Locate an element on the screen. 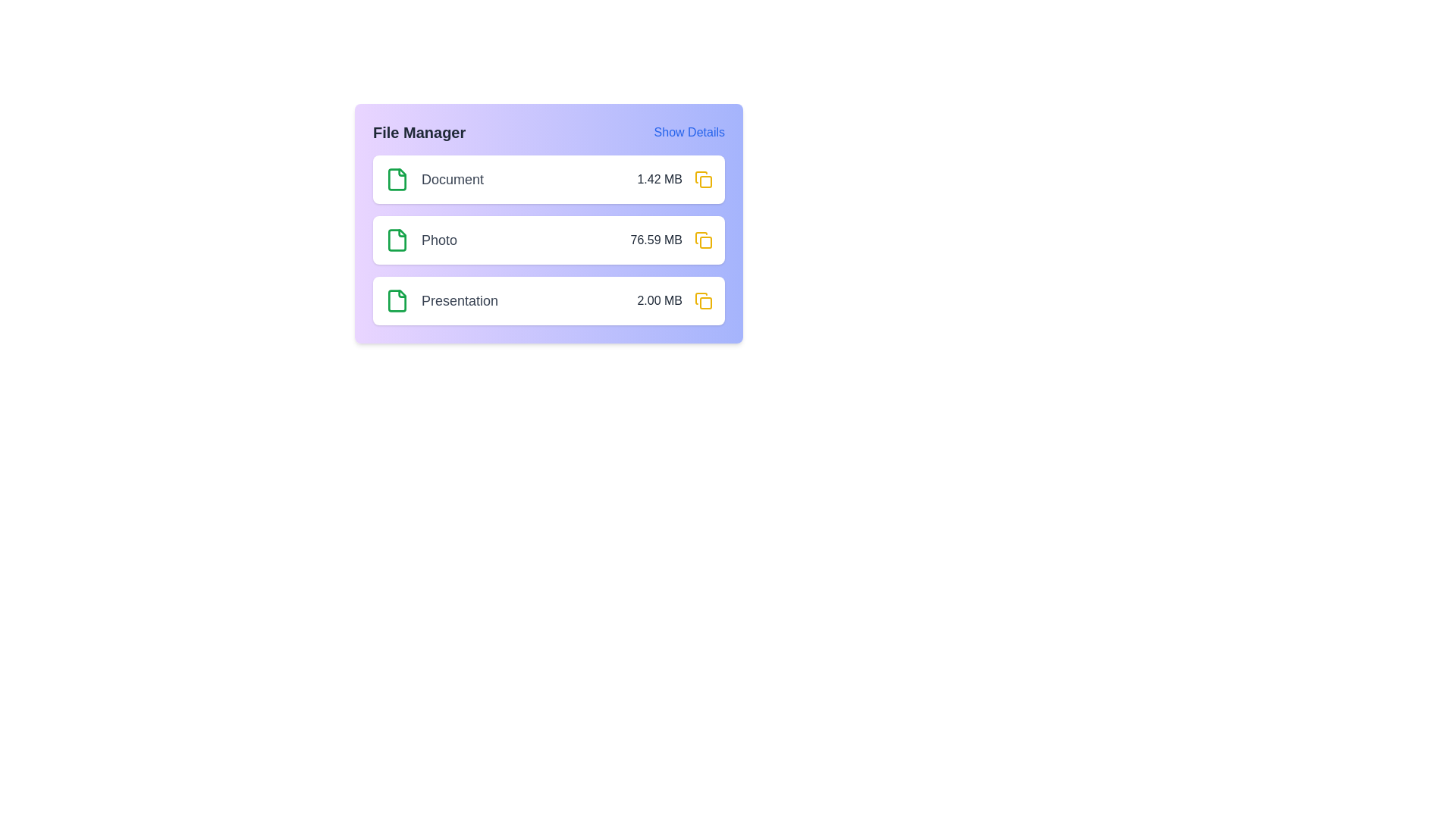 The height and width of the screenshot is (819, 1456). the icon component indicating a copy or duplicate action, located in the third list item adjacent to the '2.00 MB' text related to the 'Presentation' file is located at coordinates (705, 303).